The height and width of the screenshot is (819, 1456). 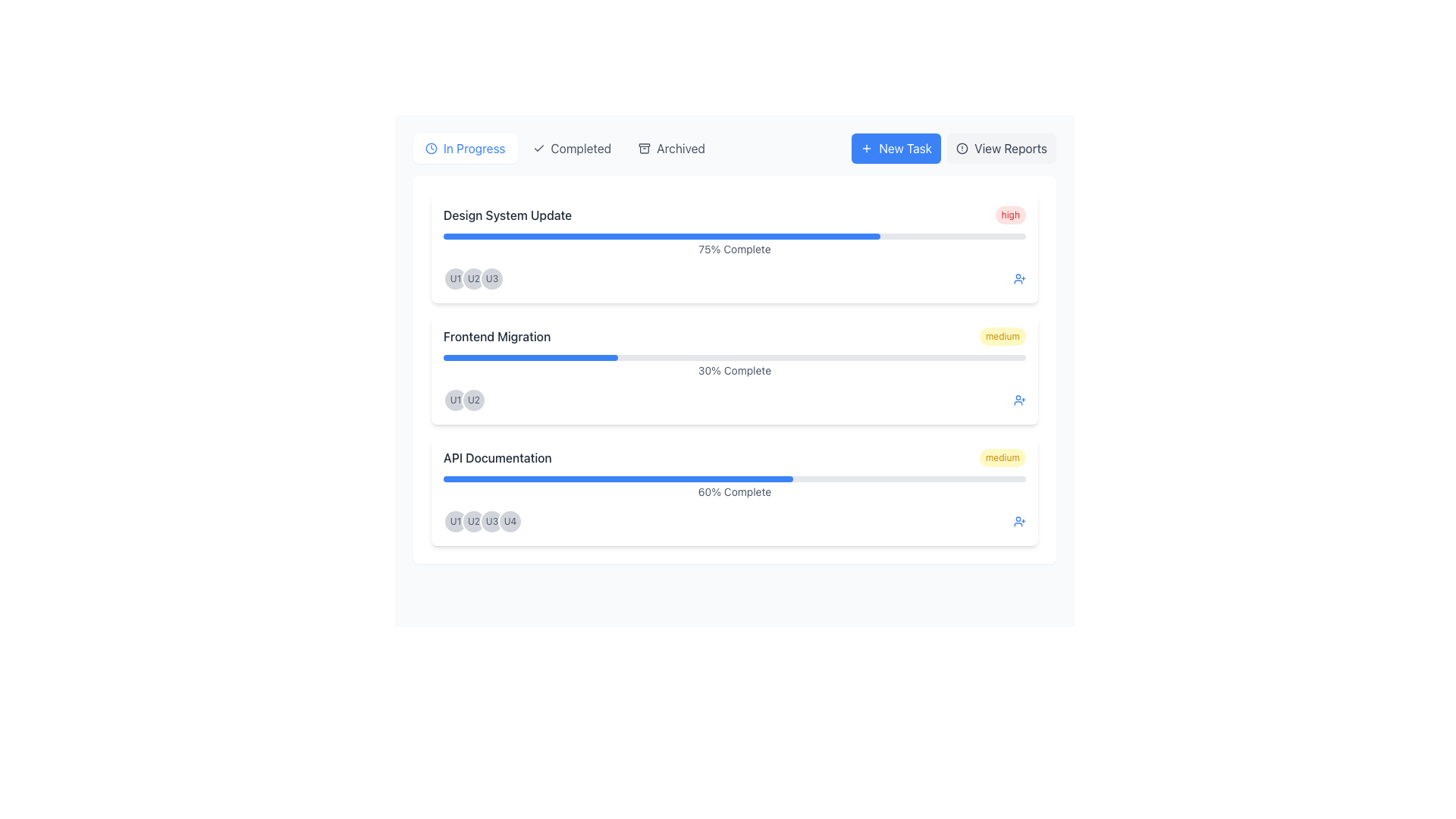 I want to click on the 'In Progress' button, which is the first button in a horizontal row of three, located at the top left of the interface, so click(x=464, y=149).